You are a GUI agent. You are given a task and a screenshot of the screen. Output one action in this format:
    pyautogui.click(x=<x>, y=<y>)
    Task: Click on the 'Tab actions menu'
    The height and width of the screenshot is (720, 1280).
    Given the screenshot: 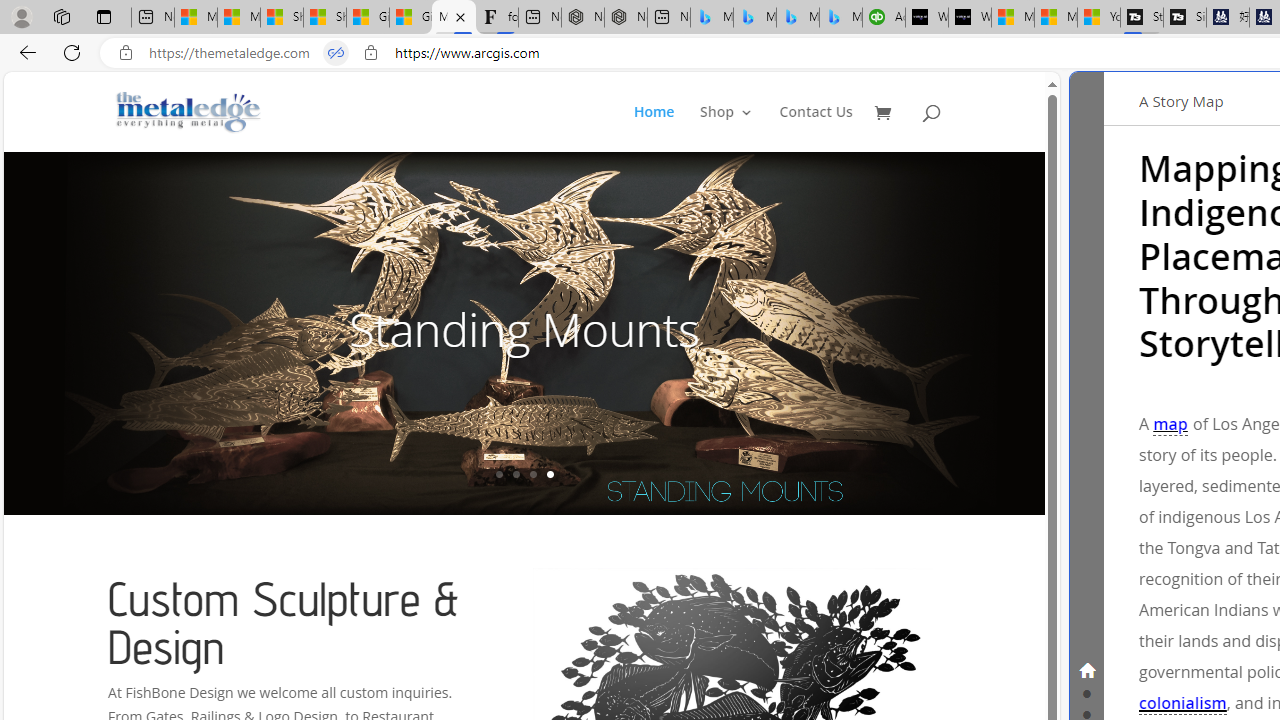 What is the action you would take?
    pyautogui.click(x=103, y=16)
    